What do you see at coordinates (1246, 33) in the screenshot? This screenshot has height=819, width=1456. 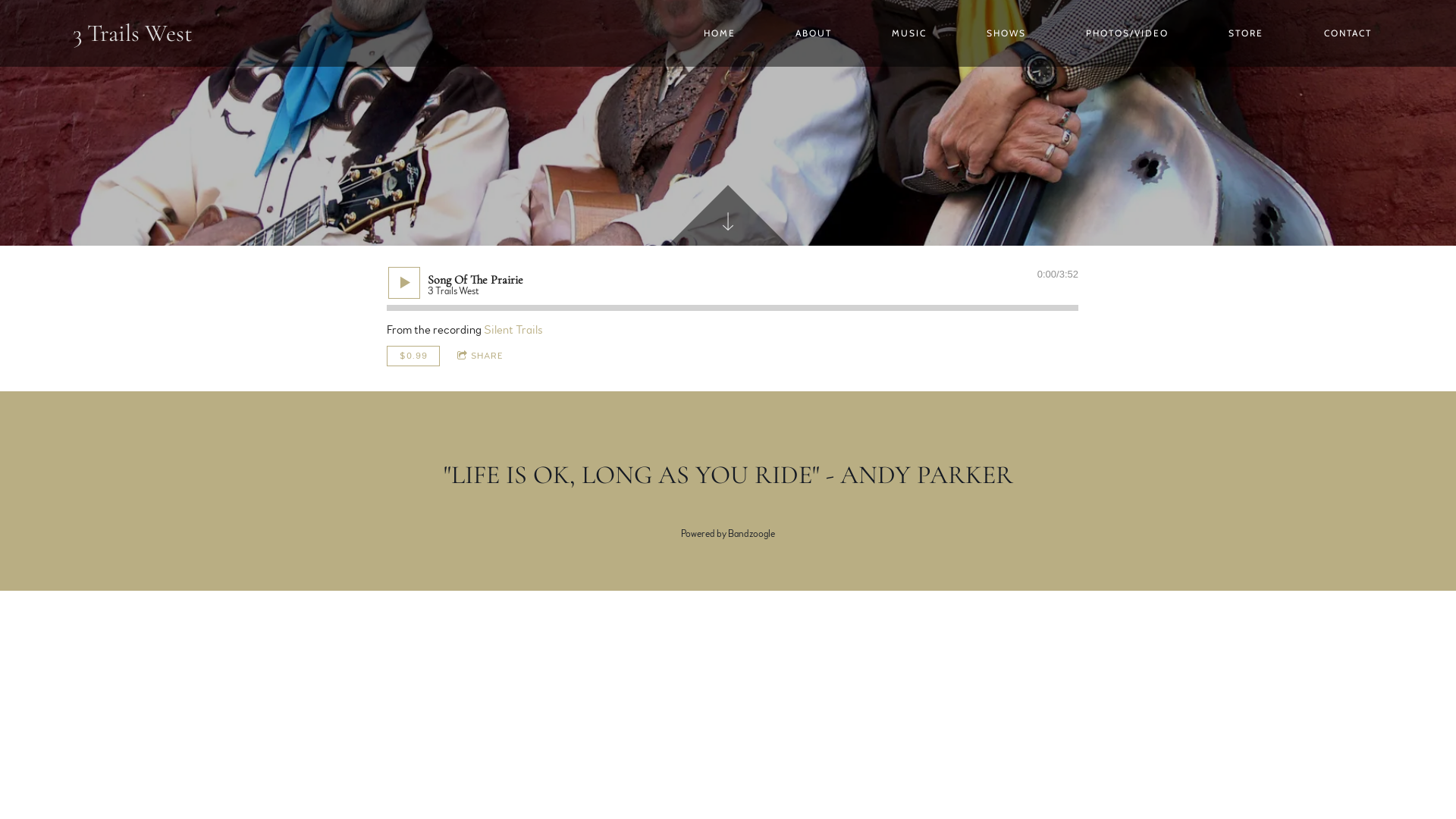 I see `'STORE'` at bounding box center [1246, 33].